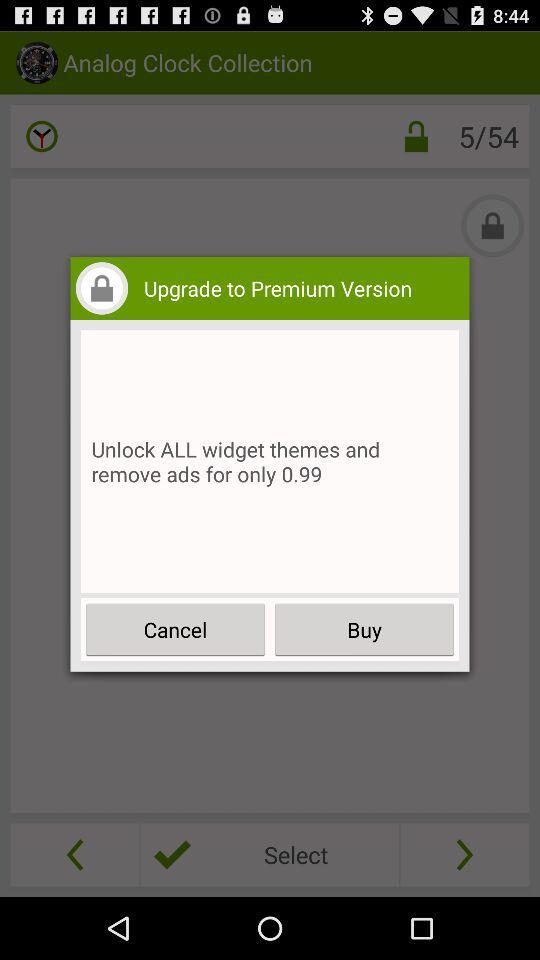 The height and width of the screenshot is (960, 540). I want to click on cancel, so click(175, 628).